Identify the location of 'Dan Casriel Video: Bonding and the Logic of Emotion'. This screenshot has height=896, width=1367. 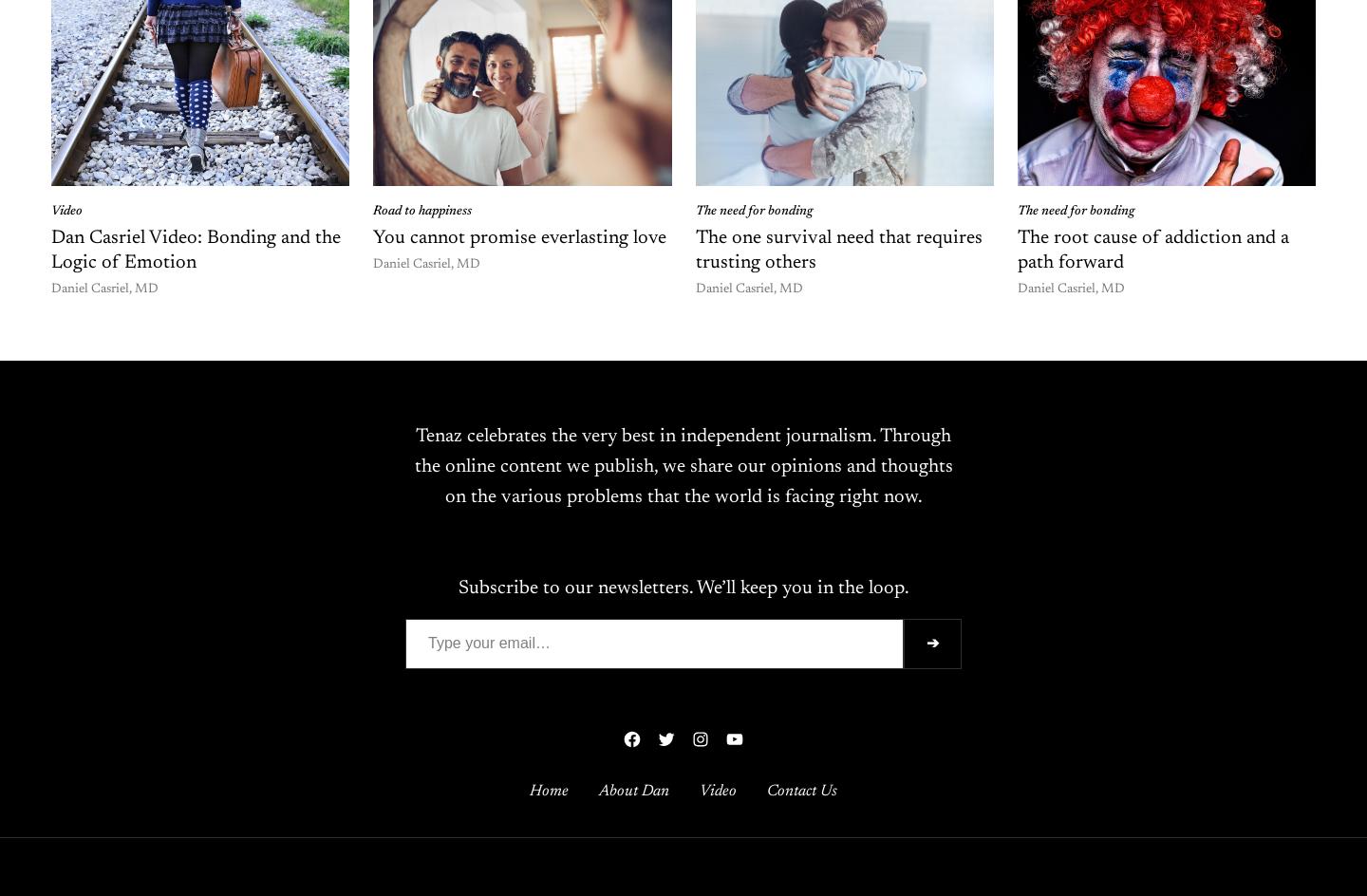
(196, 249).